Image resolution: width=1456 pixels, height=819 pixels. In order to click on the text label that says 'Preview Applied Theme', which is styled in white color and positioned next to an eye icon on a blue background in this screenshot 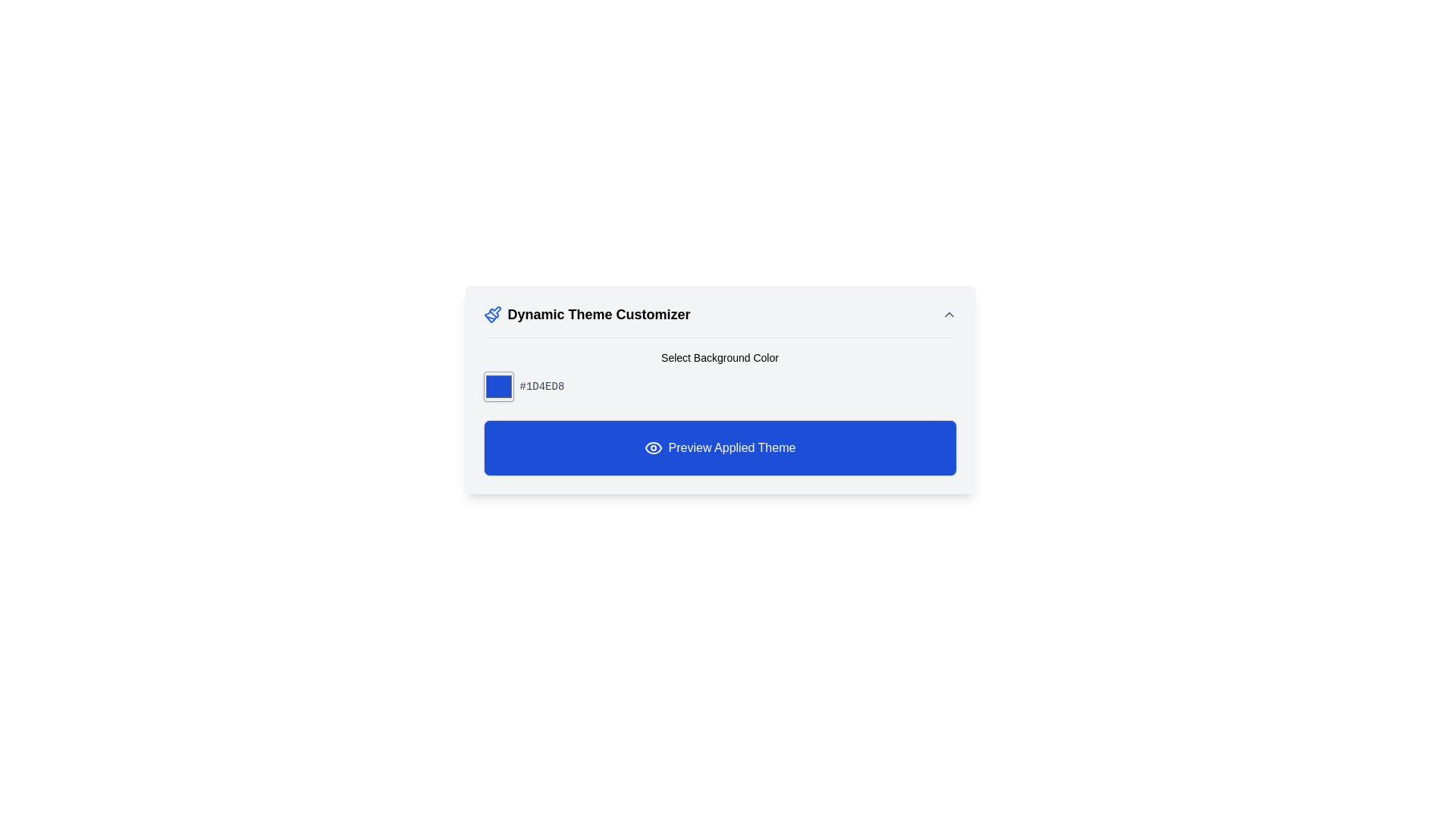, I will do `click(732, 447)`.